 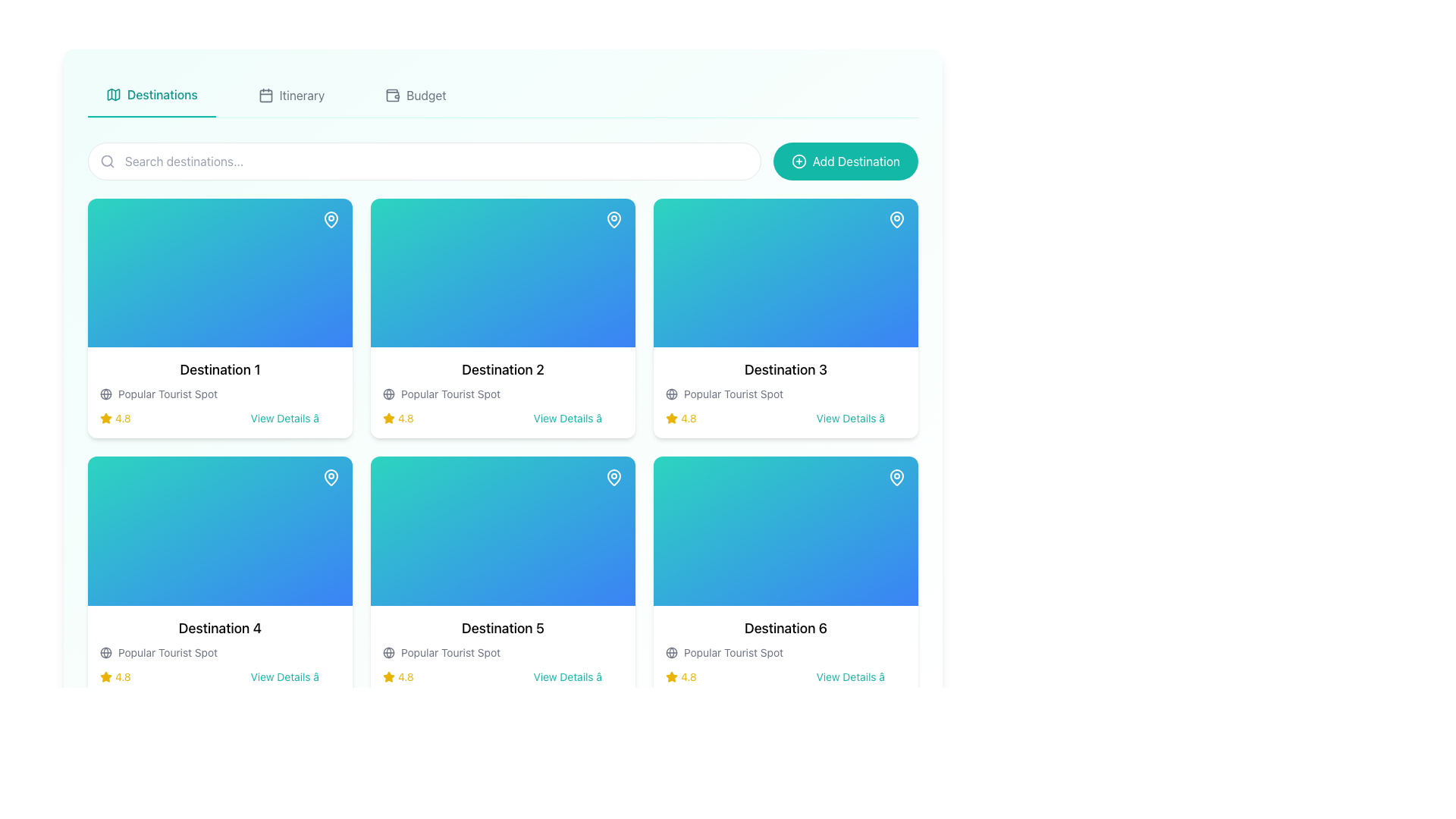 What do you see at coordinates (152, 96) in the screenshot?
I see `the 'Destinations' Navigation Button, which is the leftmost button in the navigation bar` at bounding box center [152, 96].